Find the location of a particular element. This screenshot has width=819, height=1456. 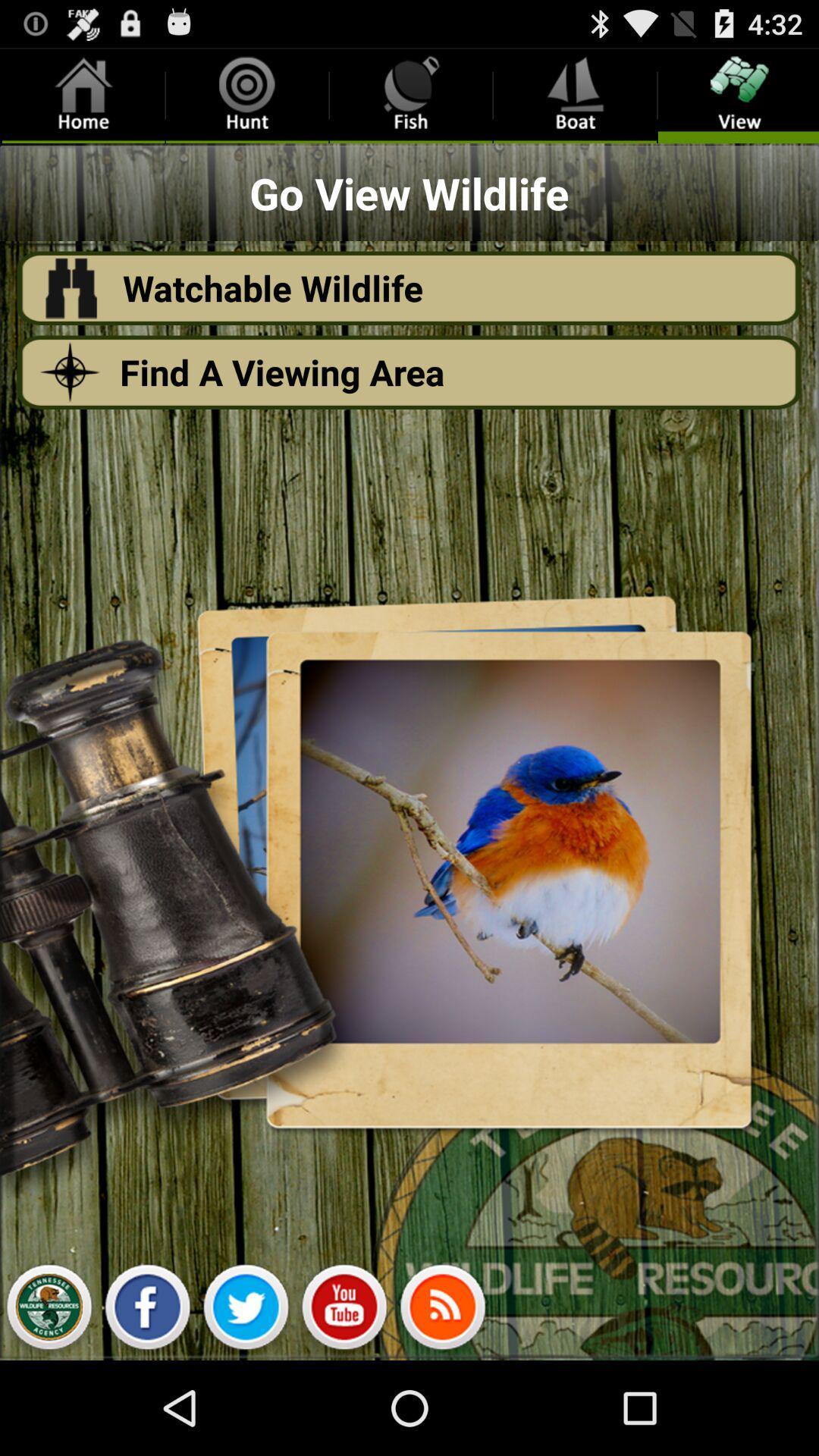

share to youtube is located at coordinates (344, 1310).